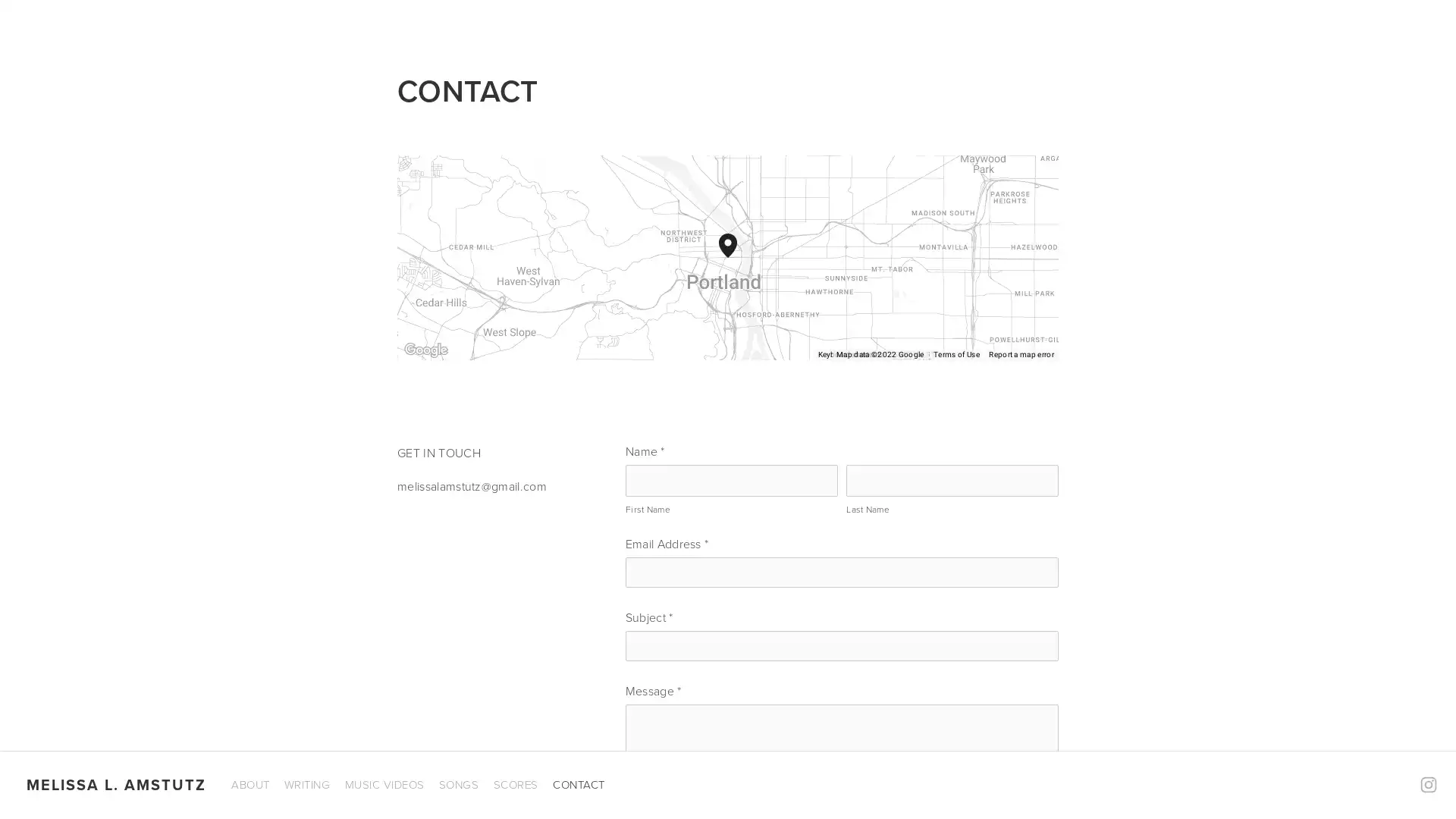 The width and height of the screenshot is (1456, 819). Describe the element at coordinates (793, 354) in the screenshot. I see `Keyboard shortcuts` at that location.